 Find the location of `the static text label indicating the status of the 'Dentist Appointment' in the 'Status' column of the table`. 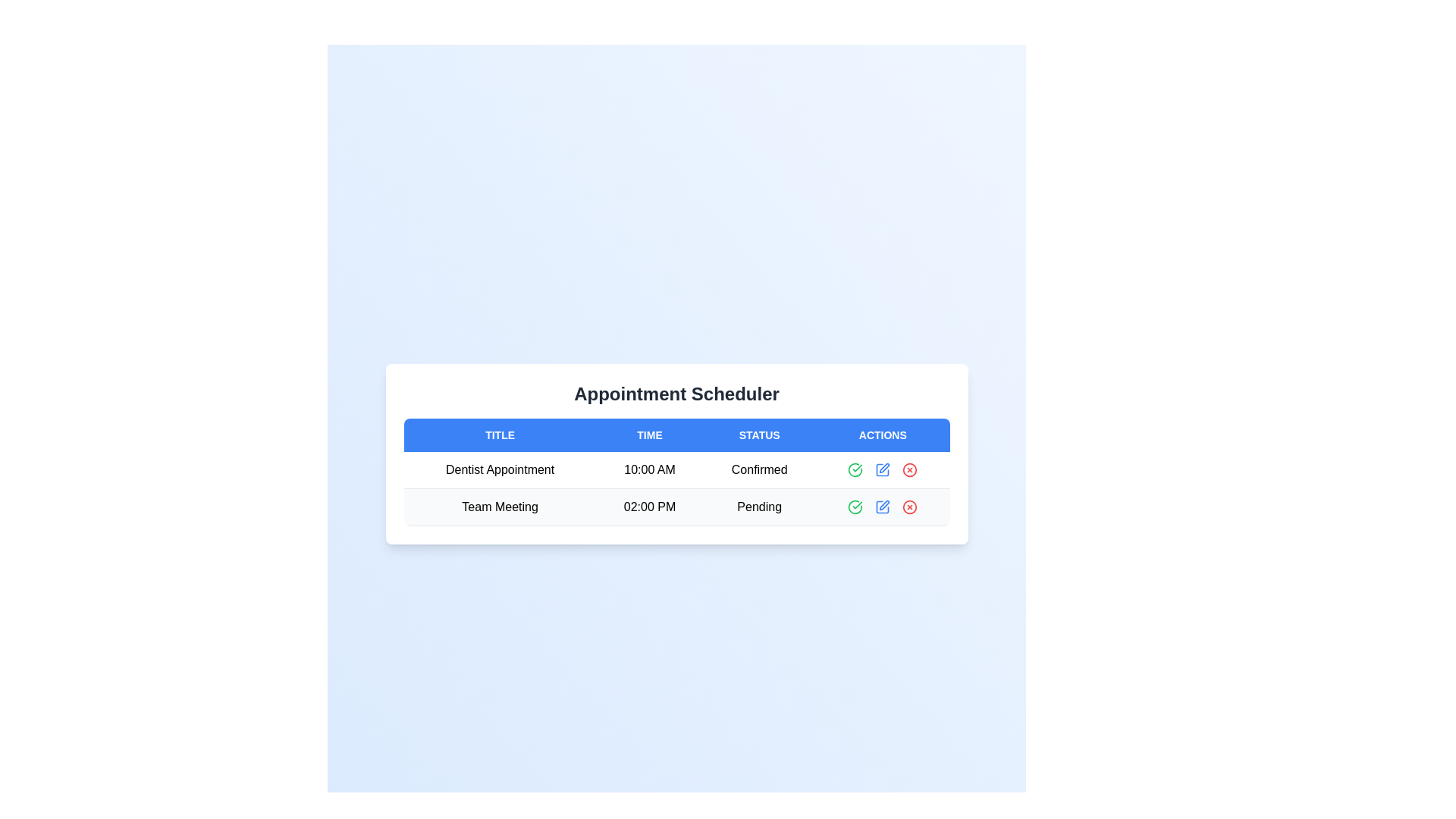

the static text label indicating the status of the 'Dentist Appointment' in the 'Status' column of the table is located at coordinates (759, 469).